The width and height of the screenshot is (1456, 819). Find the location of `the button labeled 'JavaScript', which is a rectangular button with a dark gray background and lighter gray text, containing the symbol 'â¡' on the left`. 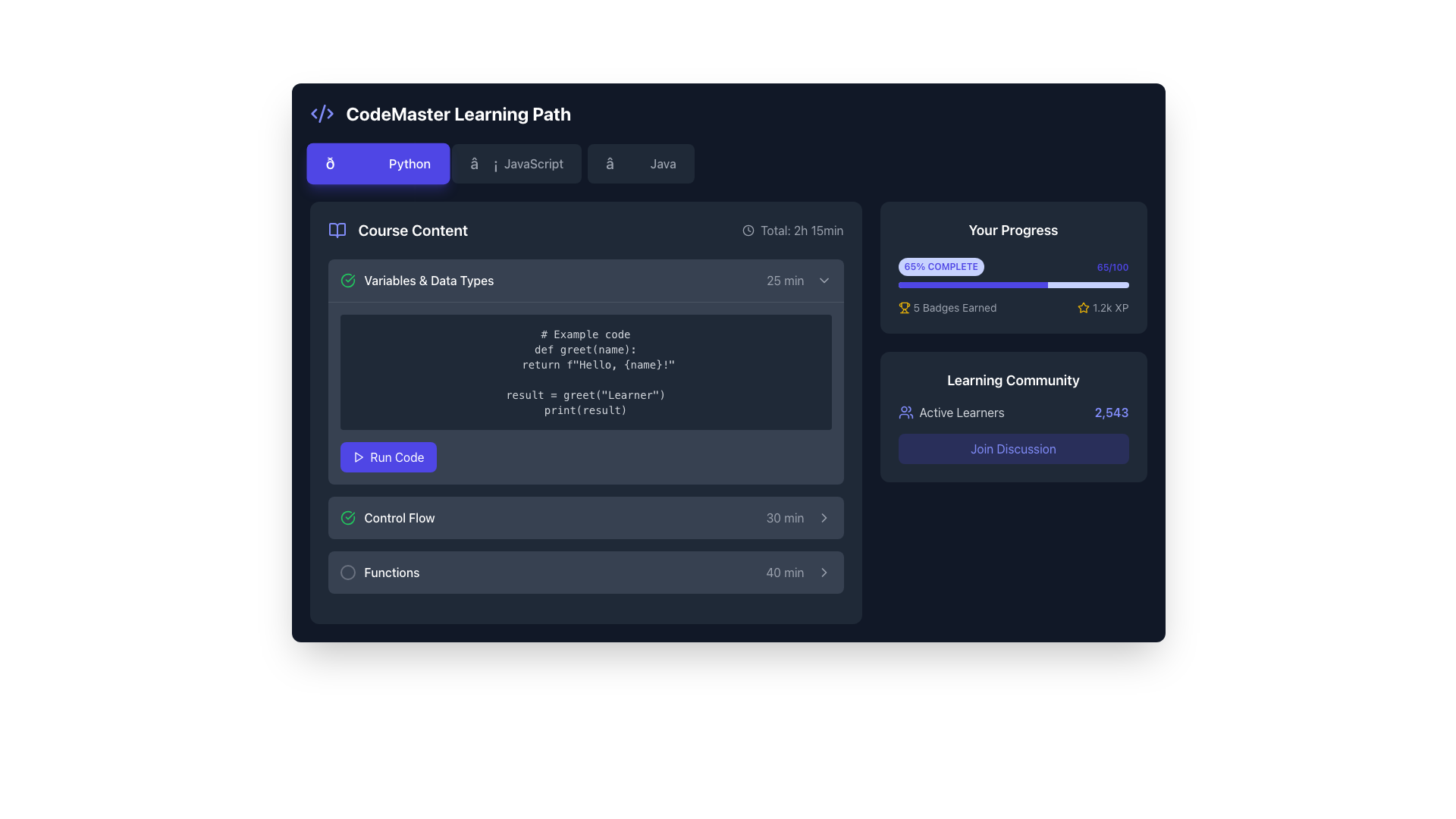

the button labeled 'JavaScript', which is a rectangular button with a dark gray background and lighter gray text, containing the symbol 'â¡' on the left is located at coordinates (516, 164).